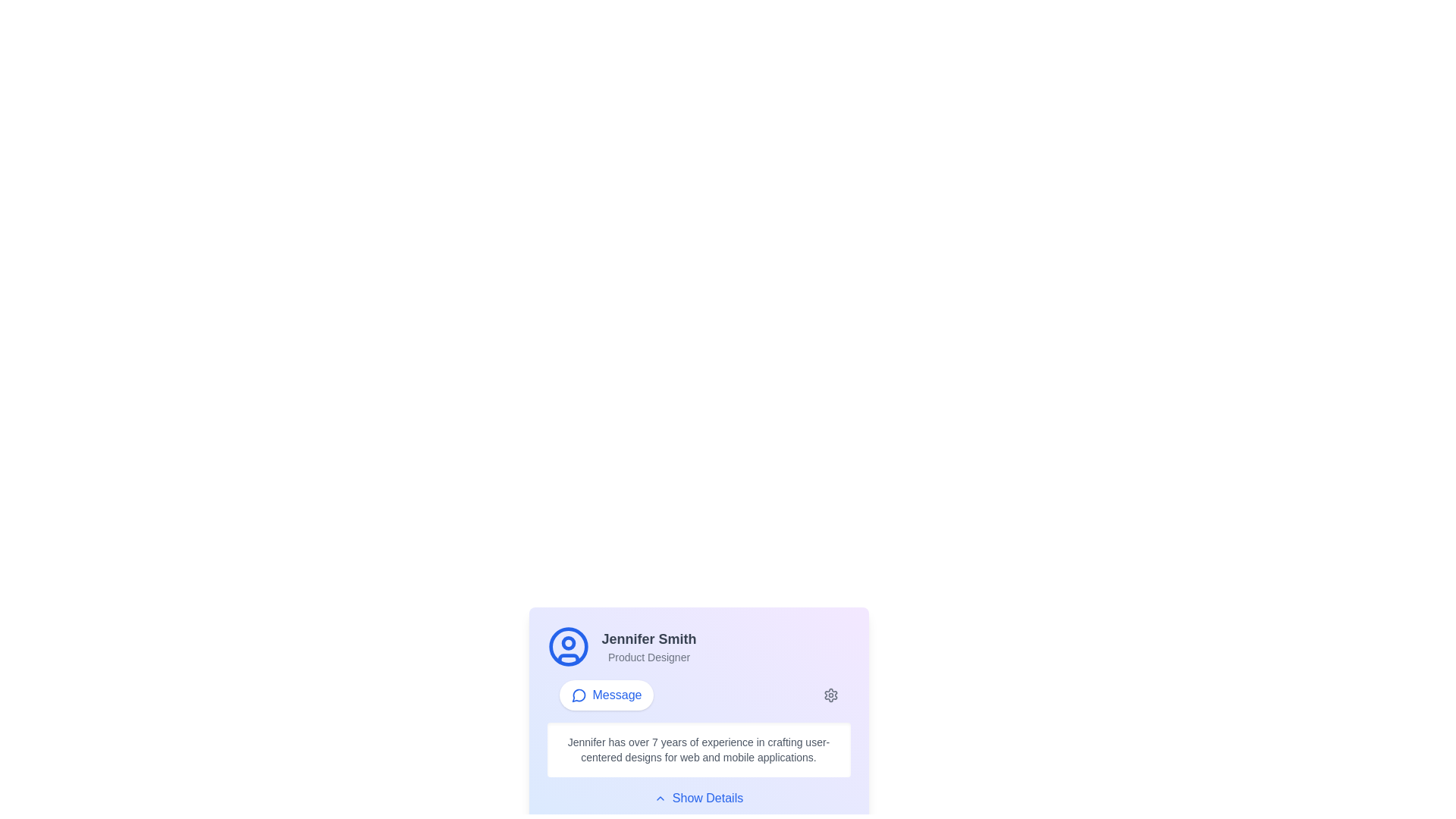  I want to click on descriptive text block located at the bottom of Jennifer's main profile card, just above the 'Show Details' link and below the 'Message' button, so click(698, 748).